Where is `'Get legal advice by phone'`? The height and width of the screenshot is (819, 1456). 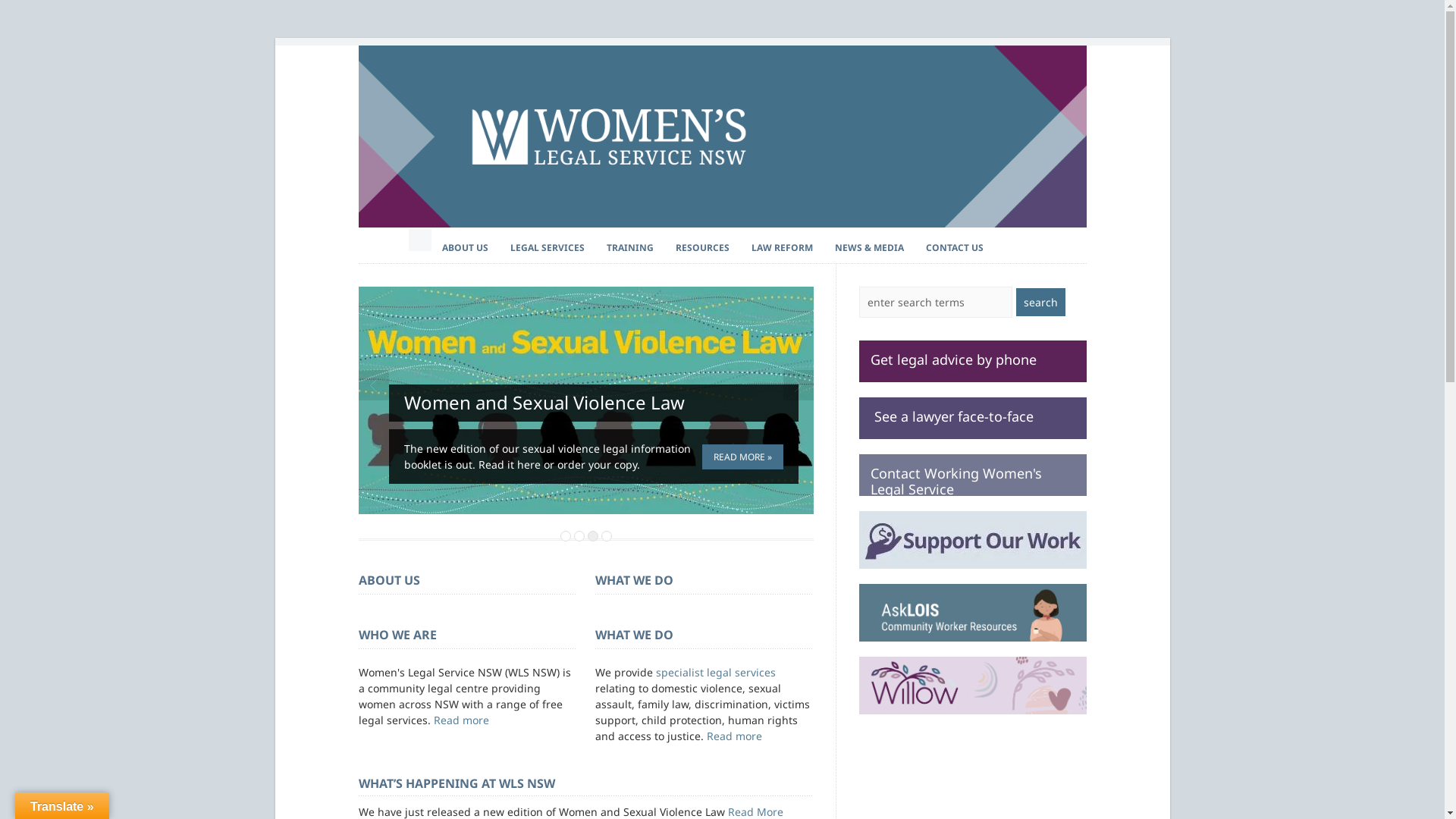
'Get legal advice by phone' is located at coordinates (971, 361).